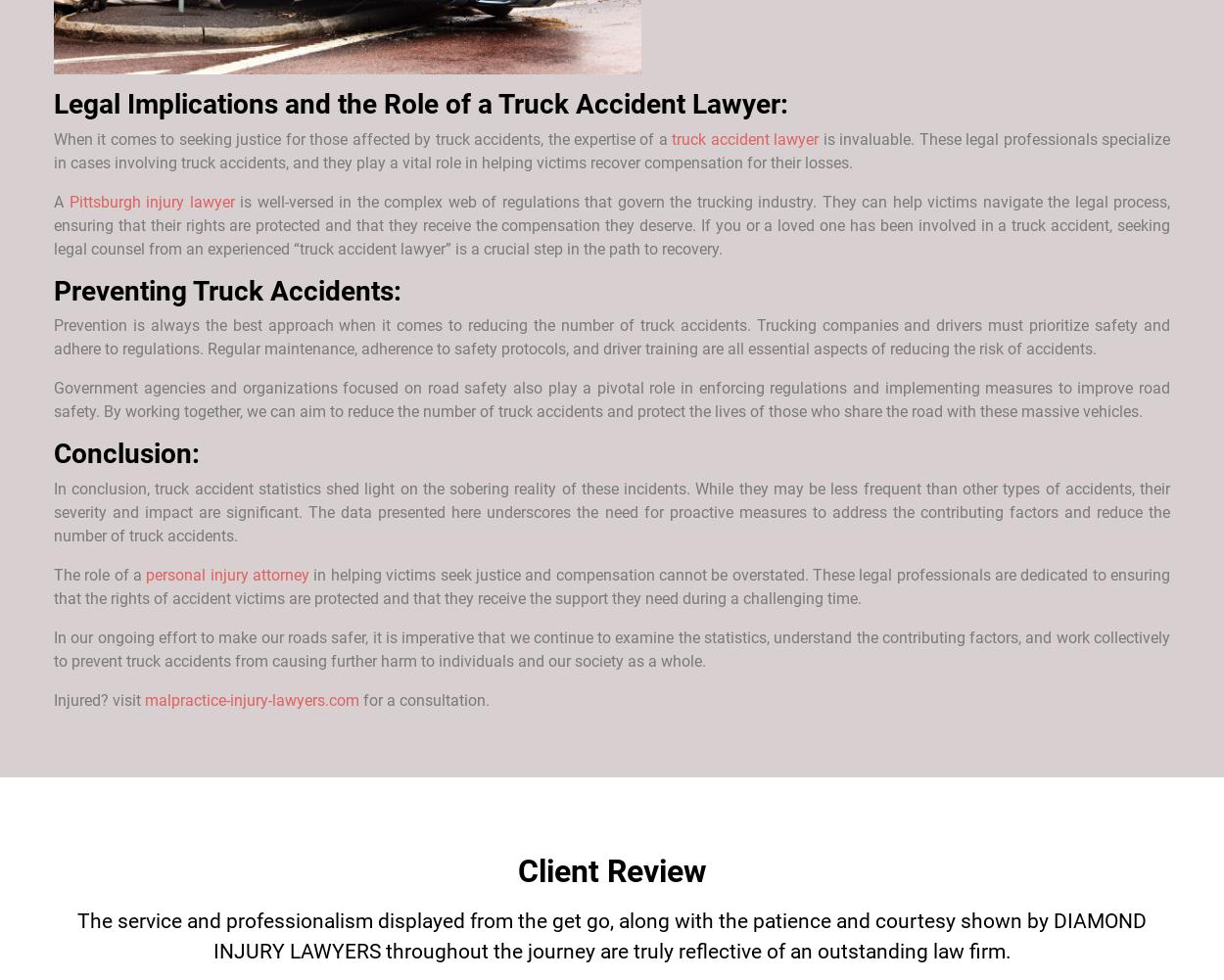 The height and width of the screenshot is (980, 1224). I want to click on 'malpractice-injury-lawyers.com', so click(252, 700).